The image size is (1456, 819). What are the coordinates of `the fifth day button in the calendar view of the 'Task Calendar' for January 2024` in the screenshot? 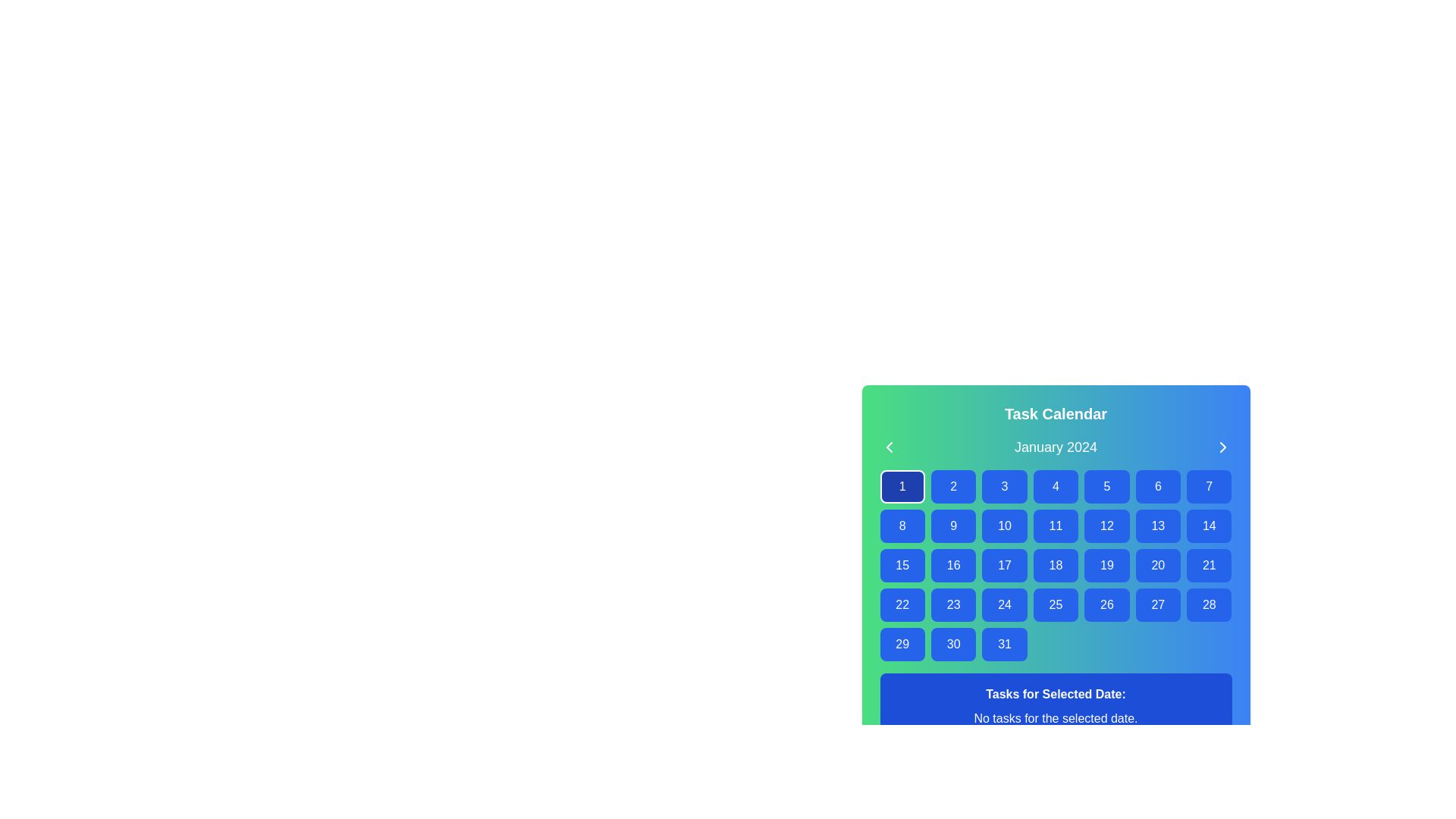 It's located at (1106, 486).